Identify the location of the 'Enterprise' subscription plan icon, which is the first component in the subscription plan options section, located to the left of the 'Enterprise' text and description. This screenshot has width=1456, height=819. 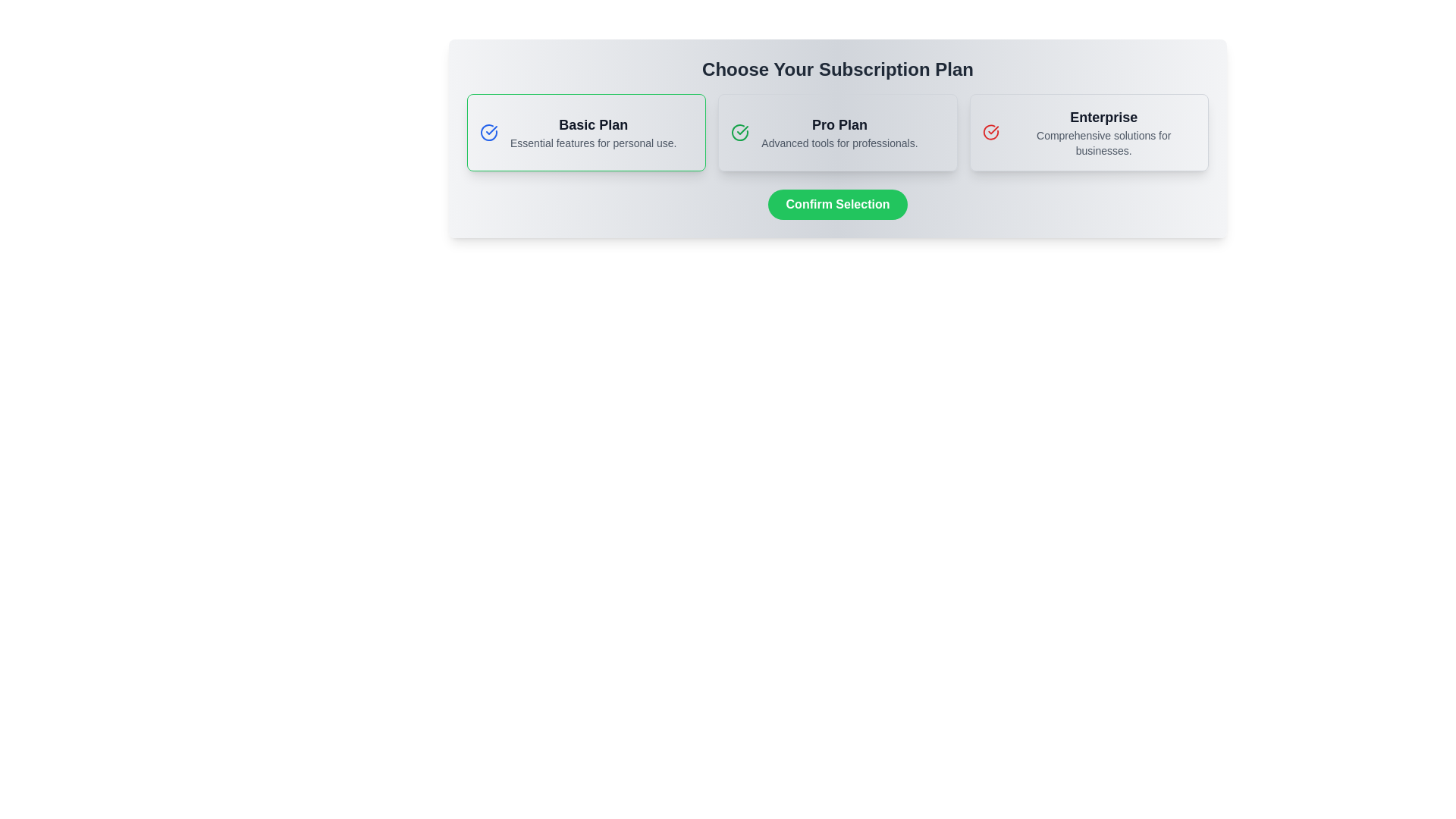
(991, 131).